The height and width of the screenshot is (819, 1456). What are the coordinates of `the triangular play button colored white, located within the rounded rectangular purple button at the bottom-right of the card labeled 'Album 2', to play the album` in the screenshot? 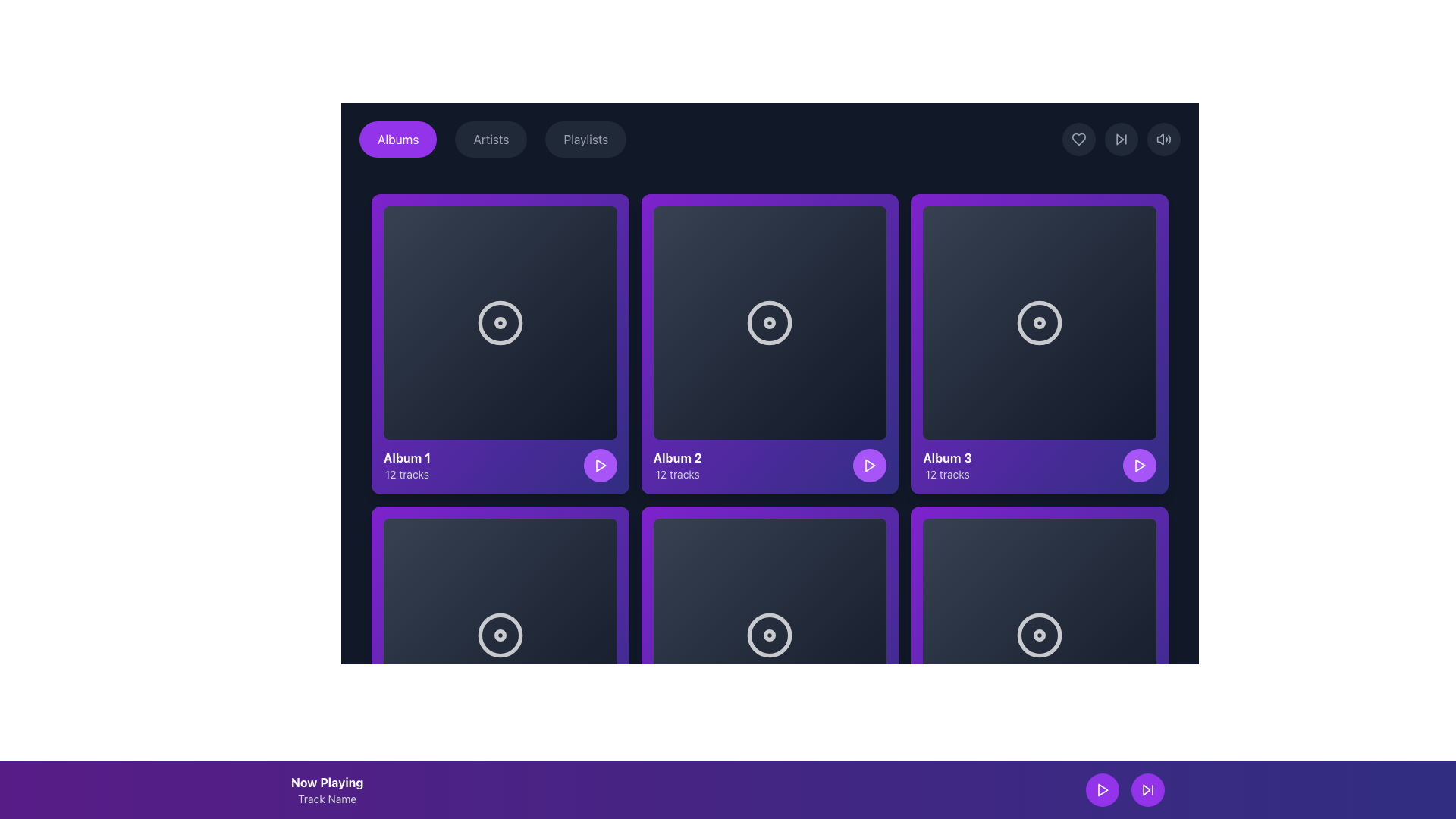 It's located at (600, 464).